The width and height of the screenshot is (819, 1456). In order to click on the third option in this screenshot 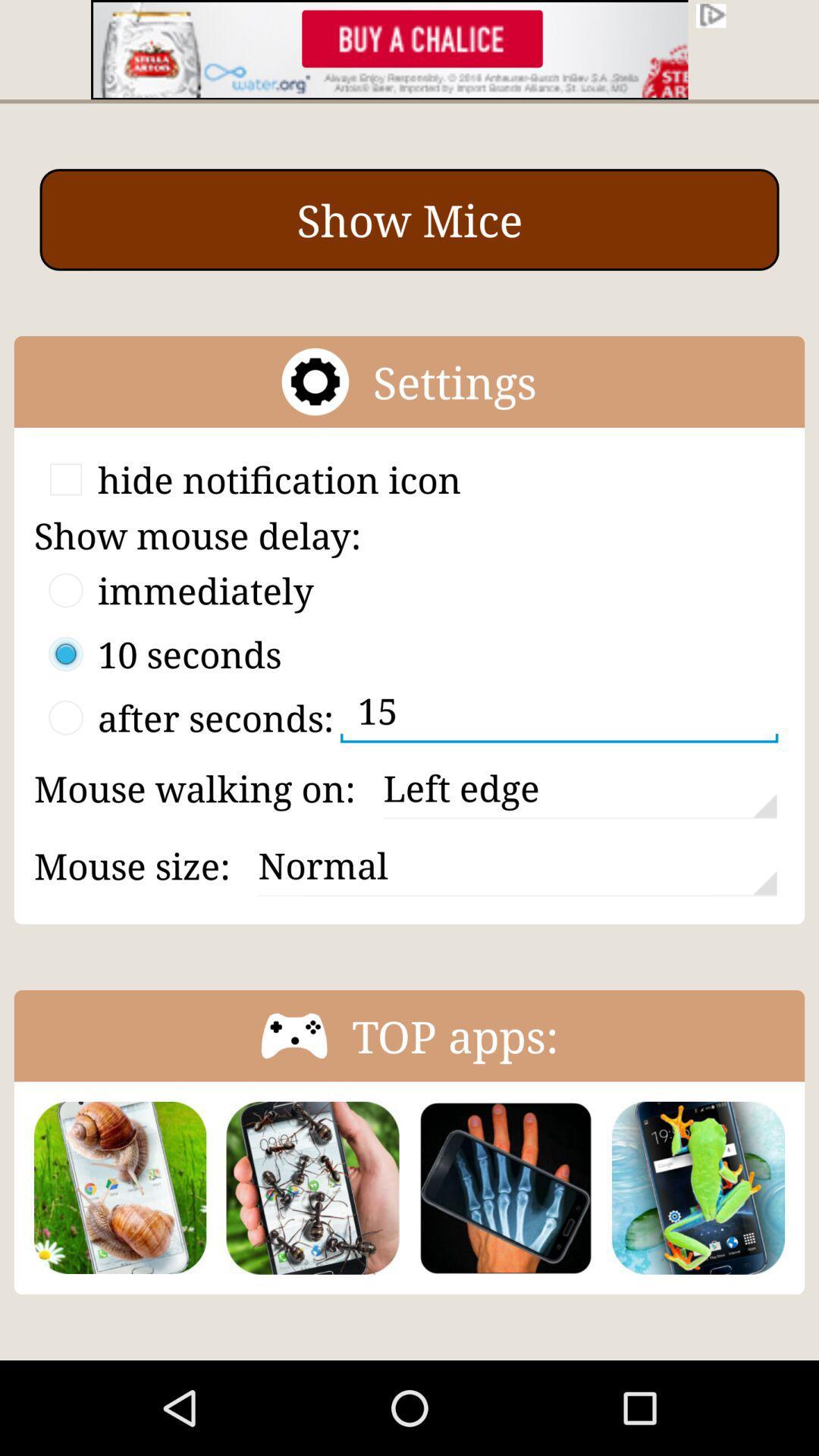, I will do `click(183, 717)`.